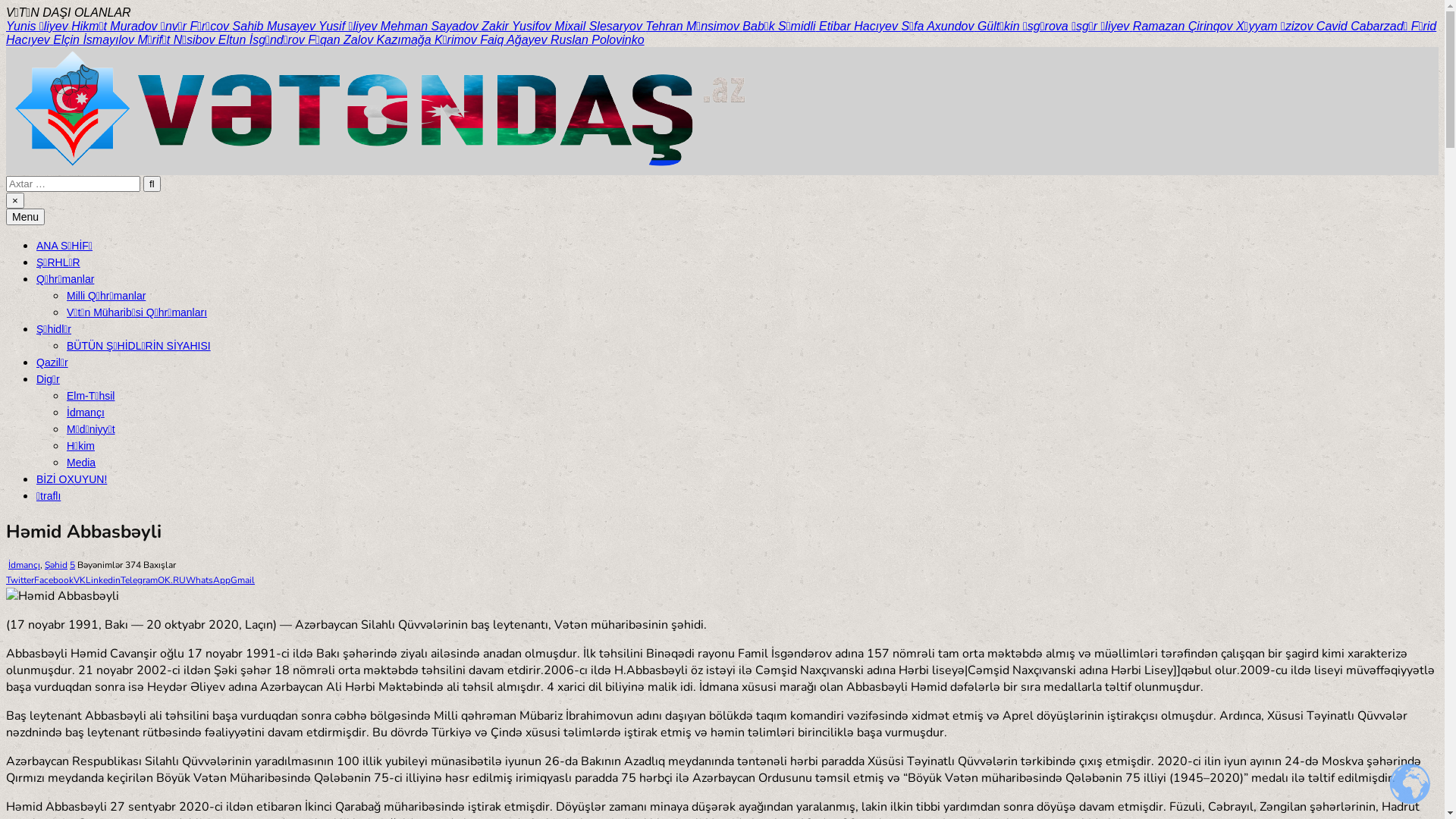 The image size is (1456, 819). Describe the element at coordinates (79, 579) in the screenshot. I see `'VK'` at that location.